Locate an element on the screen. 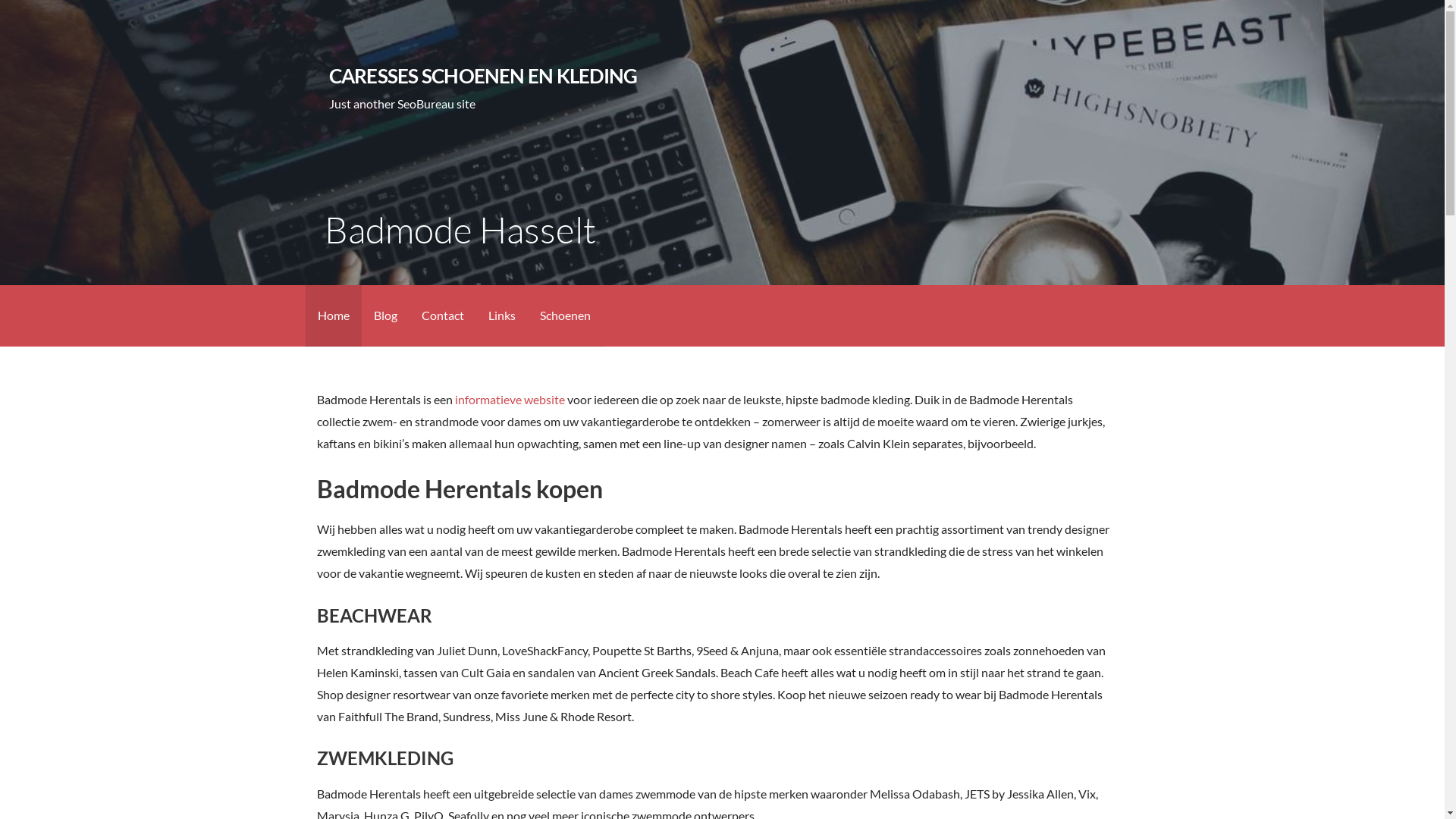 The width and height of the screenshot is (1456, 819). 'Links' is located at coordinates (502, 315).